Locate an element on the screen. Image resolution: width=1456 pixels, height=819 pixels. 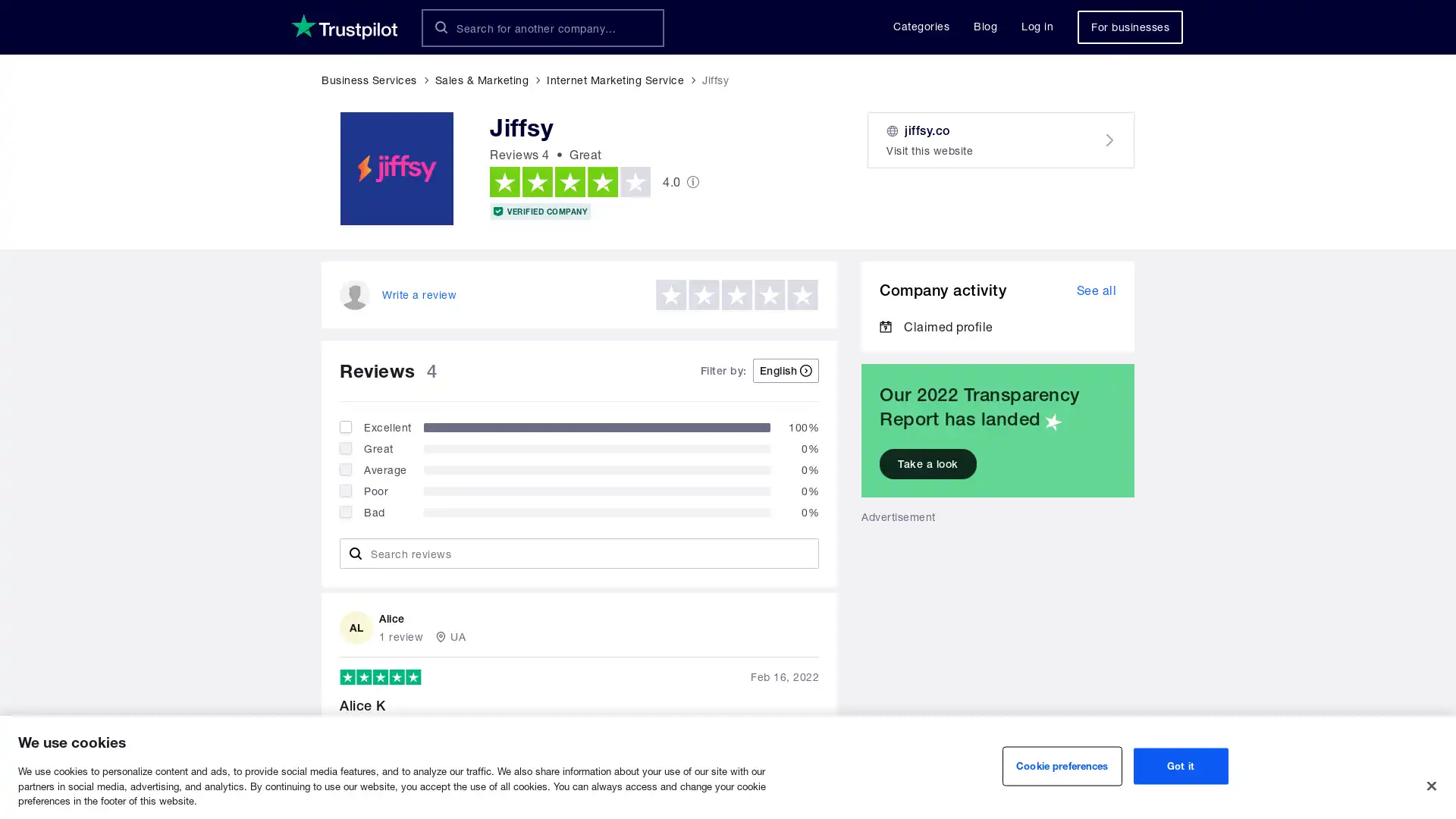
English is located at coordinates (786, 371).